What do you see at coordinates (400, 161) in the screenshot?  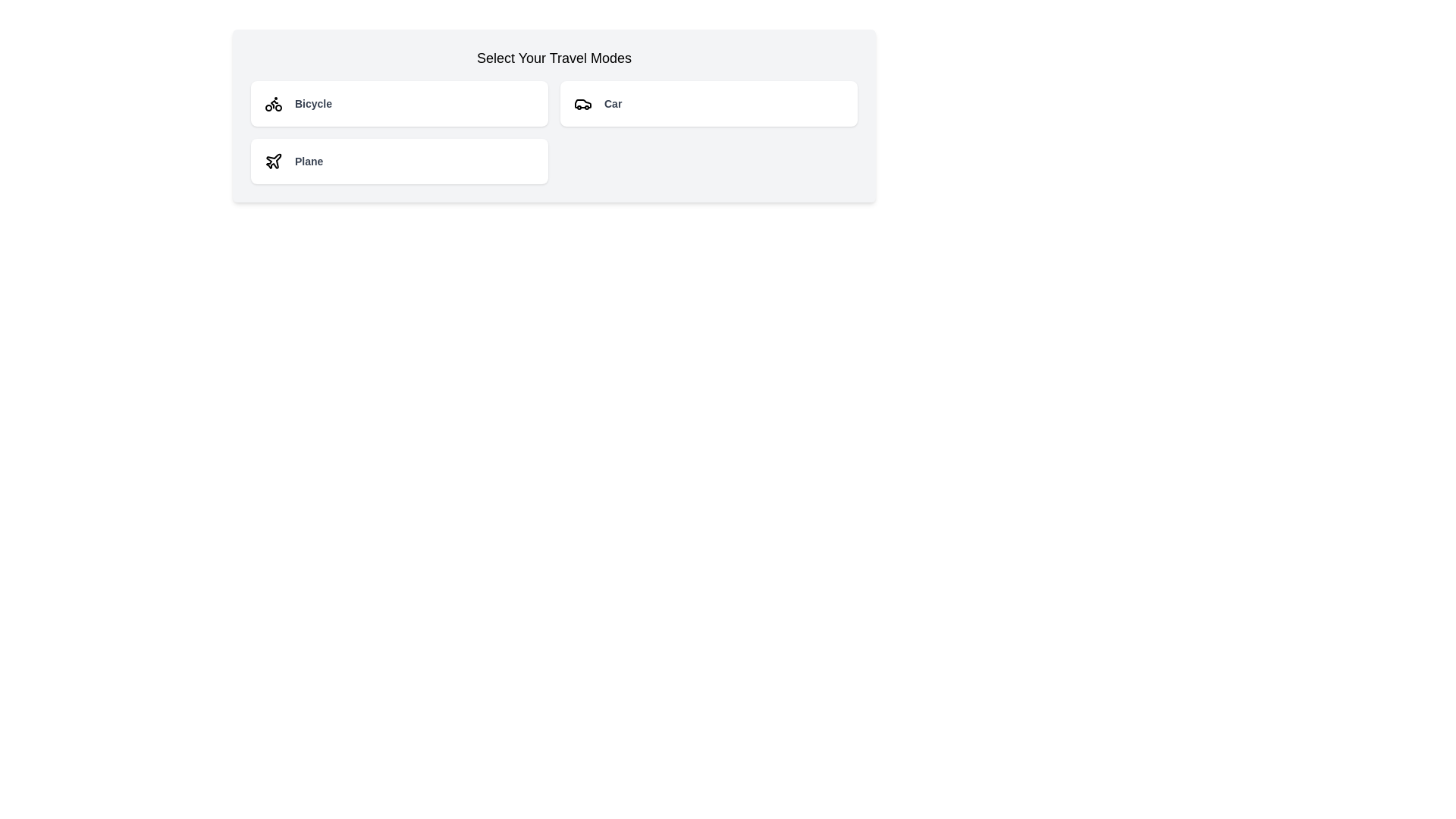 I see `the 'Plane' clickable card located in the lower-left area of the grid layout` at bounding box center [400, 161].